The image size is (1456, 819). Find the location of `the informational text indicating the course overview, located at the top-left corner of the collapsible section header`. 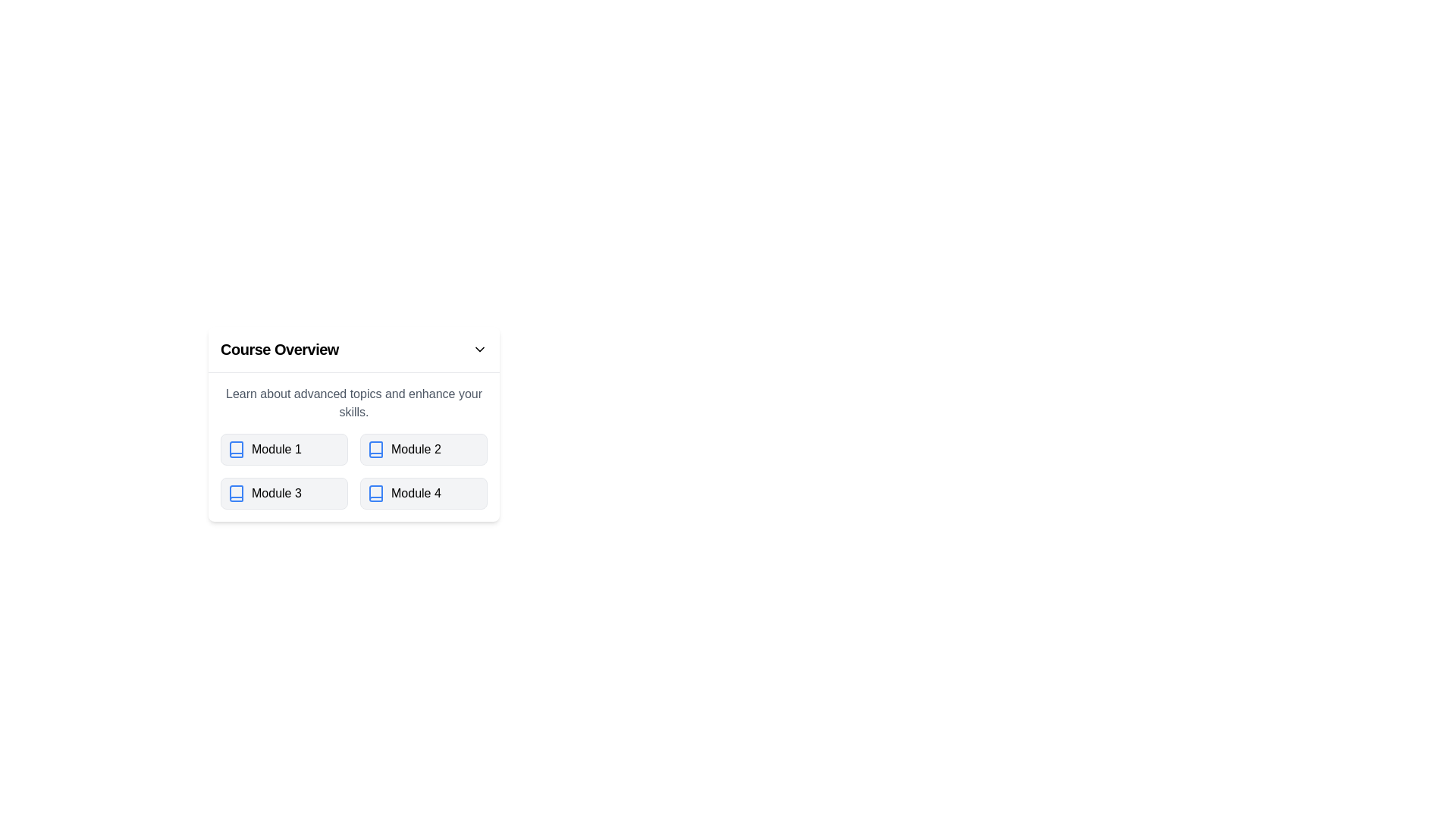

the informational text indicating the course overview, located at the top-left corner of the collapsible section header is located at coordinates (280, 350).